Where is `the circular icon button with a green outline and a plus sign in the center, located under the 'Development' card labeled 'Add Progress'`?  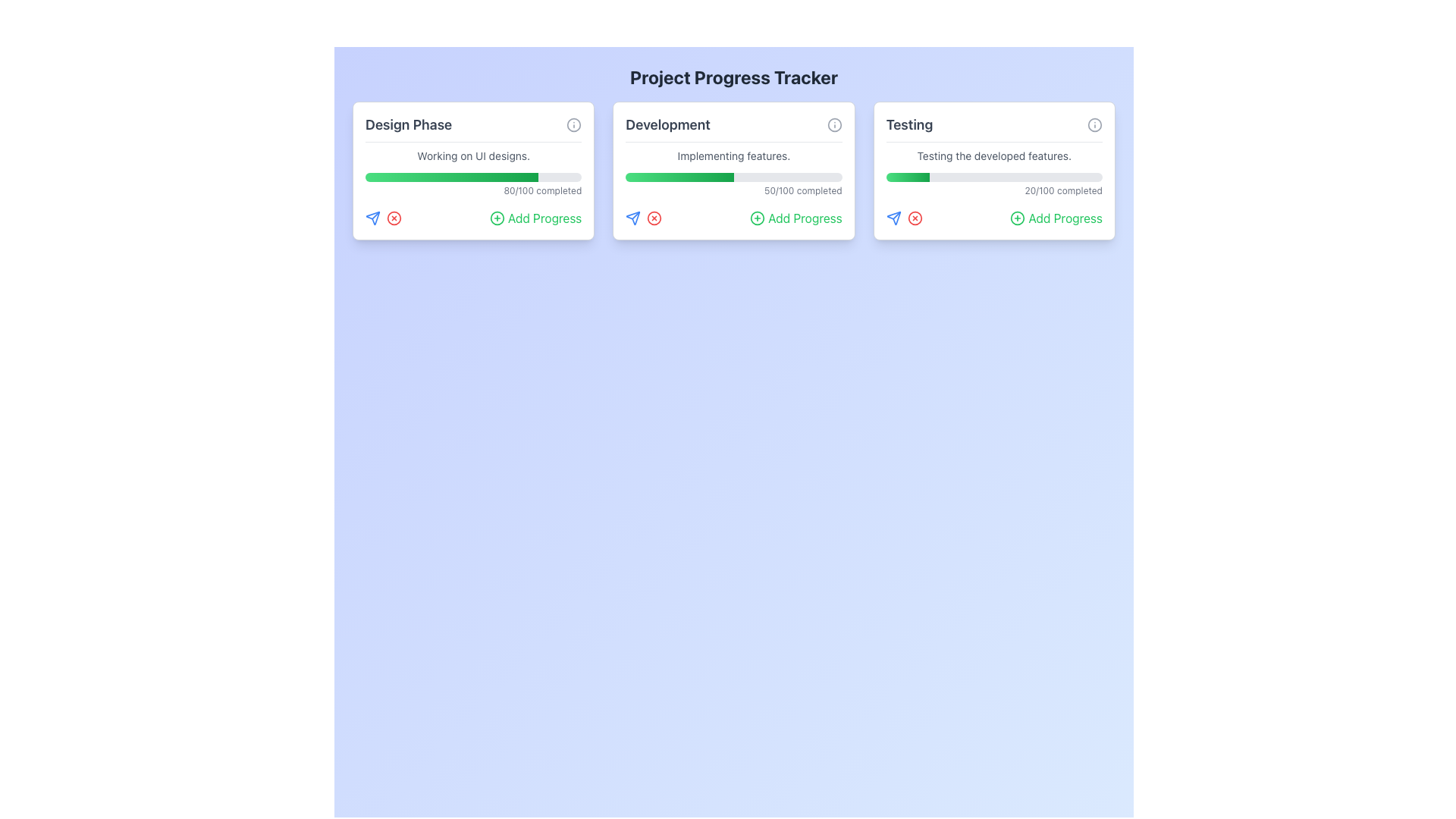 the circular icon button with a green outline and a plus sign in the center, located under the 'Development' card labeled 'Add Progress' is located at coordinates (758, 218).